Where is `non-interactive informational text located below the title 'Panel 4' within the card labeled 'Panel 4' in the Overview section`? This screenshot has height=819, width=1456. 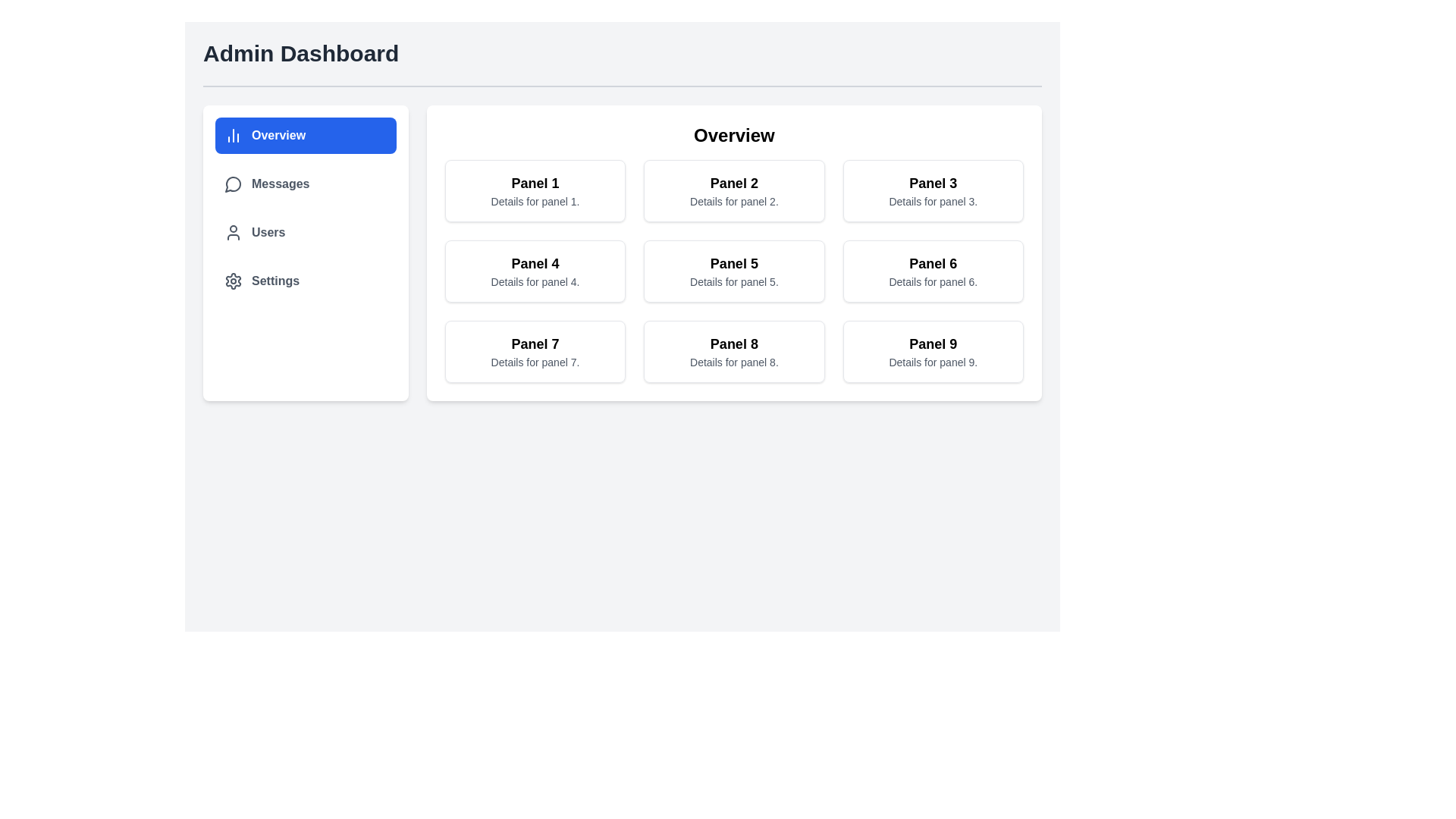
non-interactive informational text located below the title 'Panel 4' within the card labeled 'Panel 4' in the Overview section is located at coordinates (535, 281).